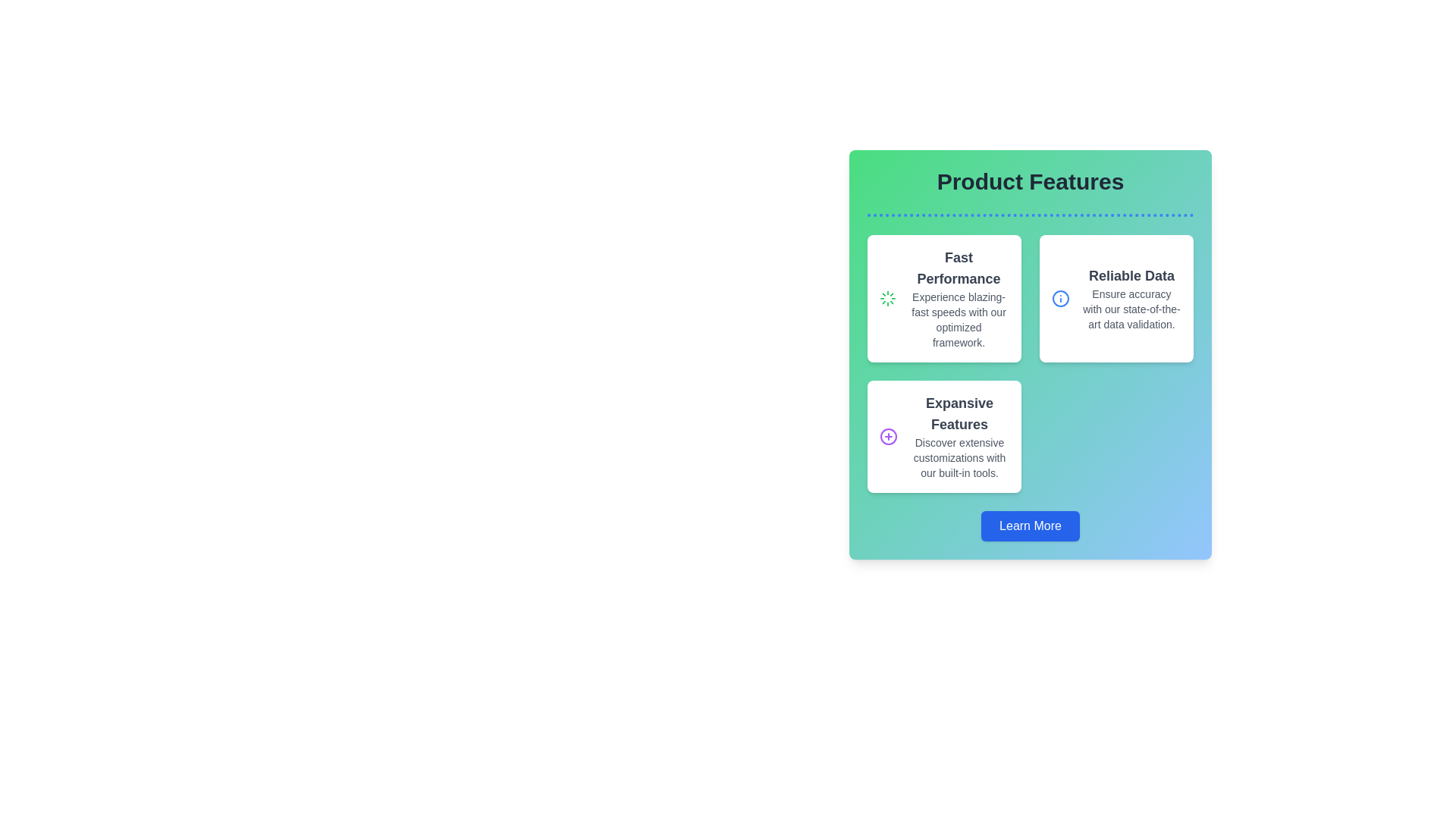 This screenshot has width=1456, height=819. I want to click on the informational text providing details about the 'Reliable Data' feature, located below the heading 'Reliable Data' in the top-right corner of the interface, so click(1131, 309).